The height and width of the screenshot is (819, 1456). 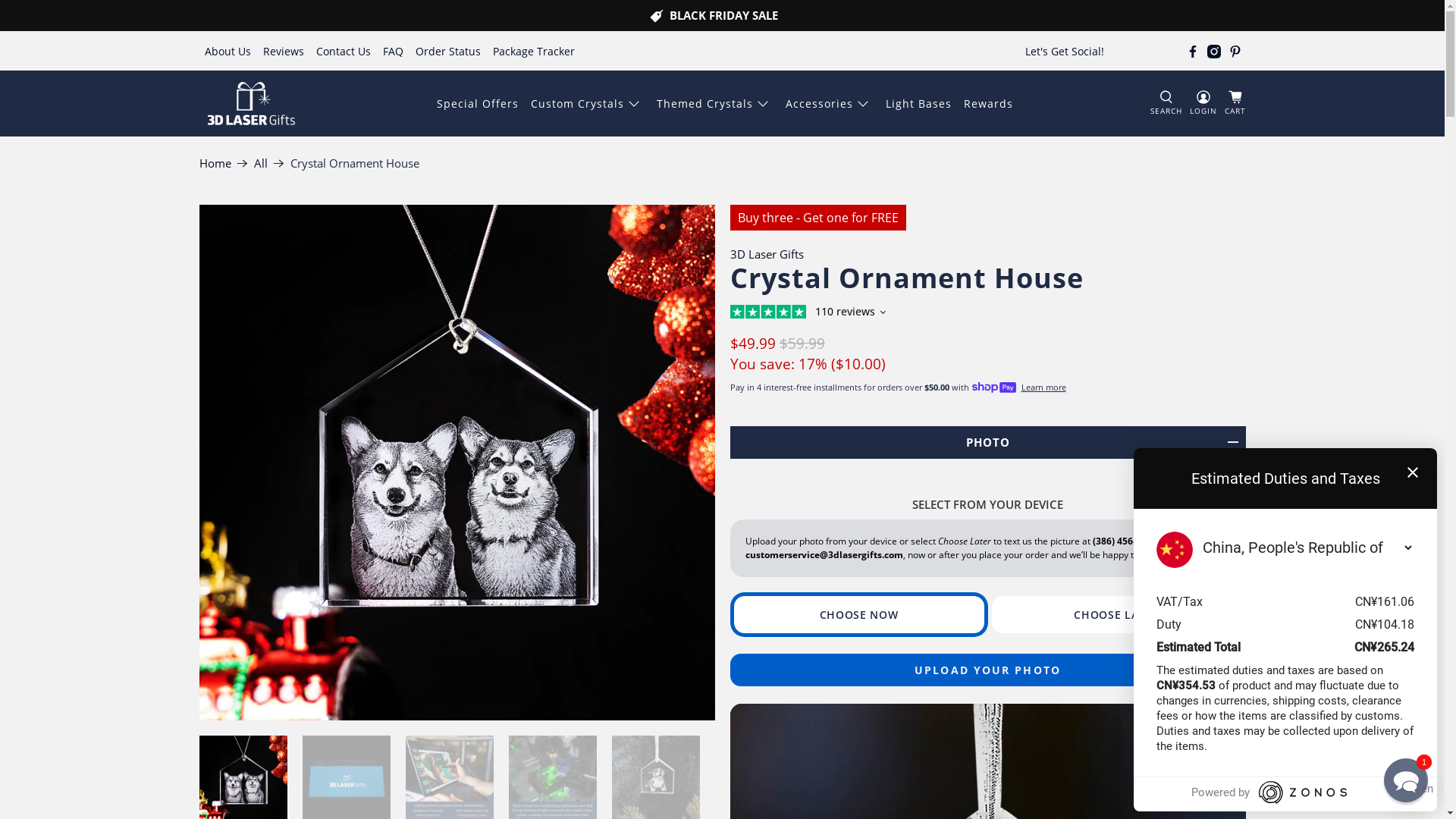 I want to click on '3D Laser Gifts on Facebook', so click(x=1192, y=51).